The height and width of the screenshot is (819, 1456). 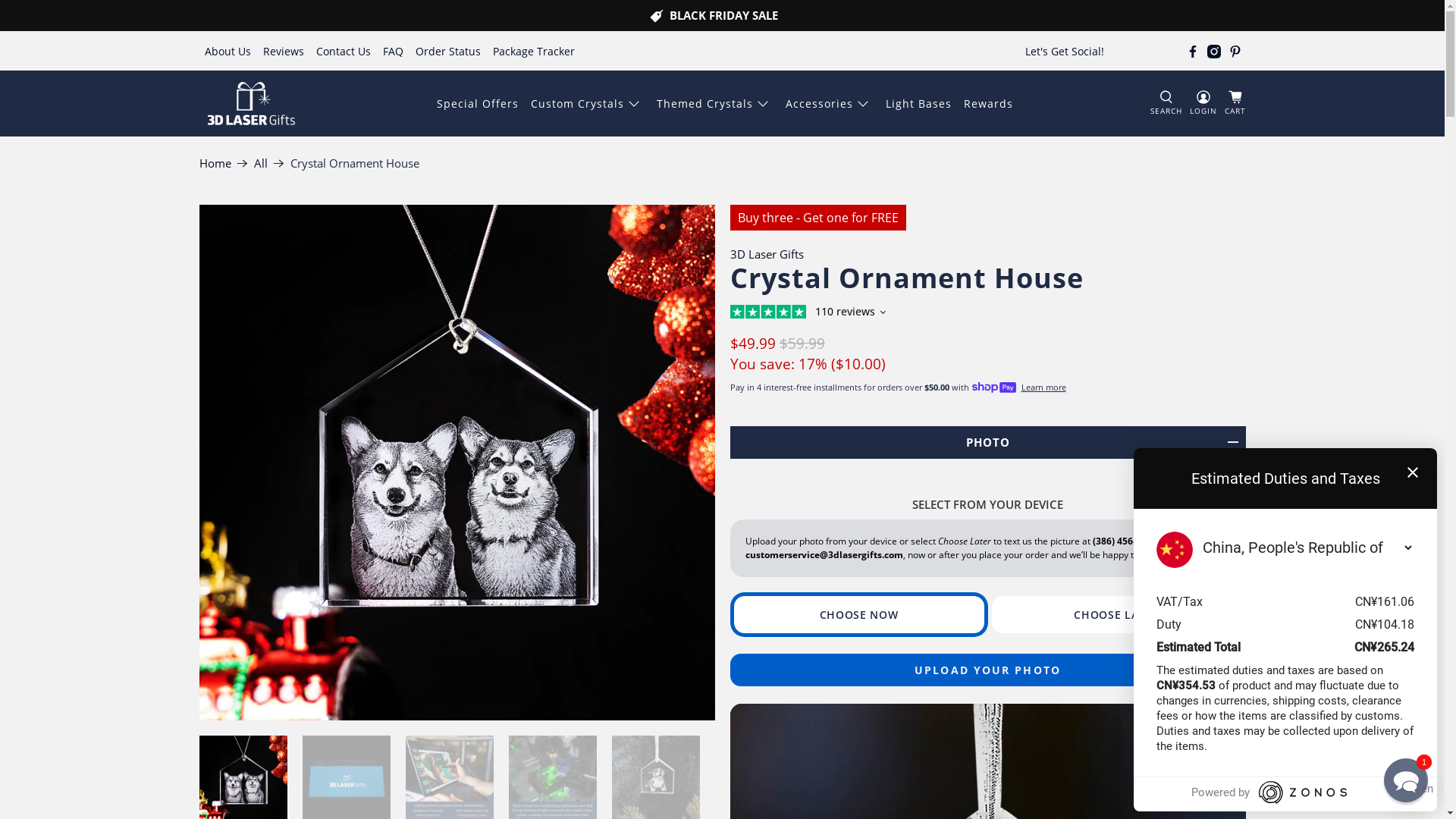 I want to click on '3D Laser Gifts on Facebook', so click(x=1192, y=51).